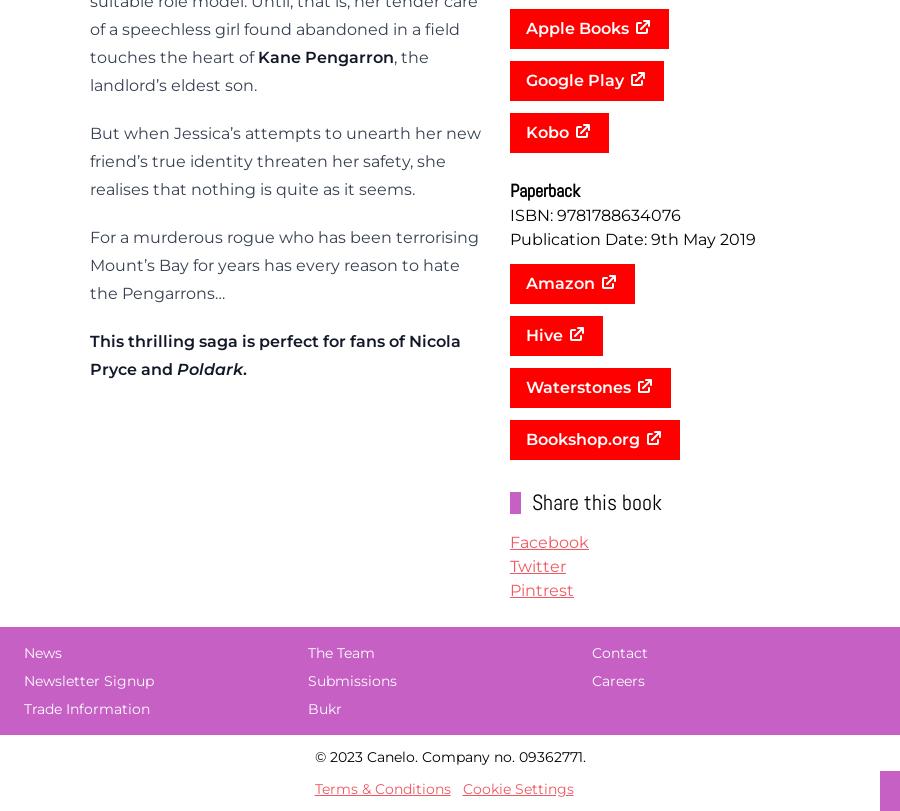 The image size is (900, 811). Describe the element at coordinates (89, 354) in the screenshot. I see `'This thrilling saga is perfect for fans of Nicola Pryce and'` at that location.